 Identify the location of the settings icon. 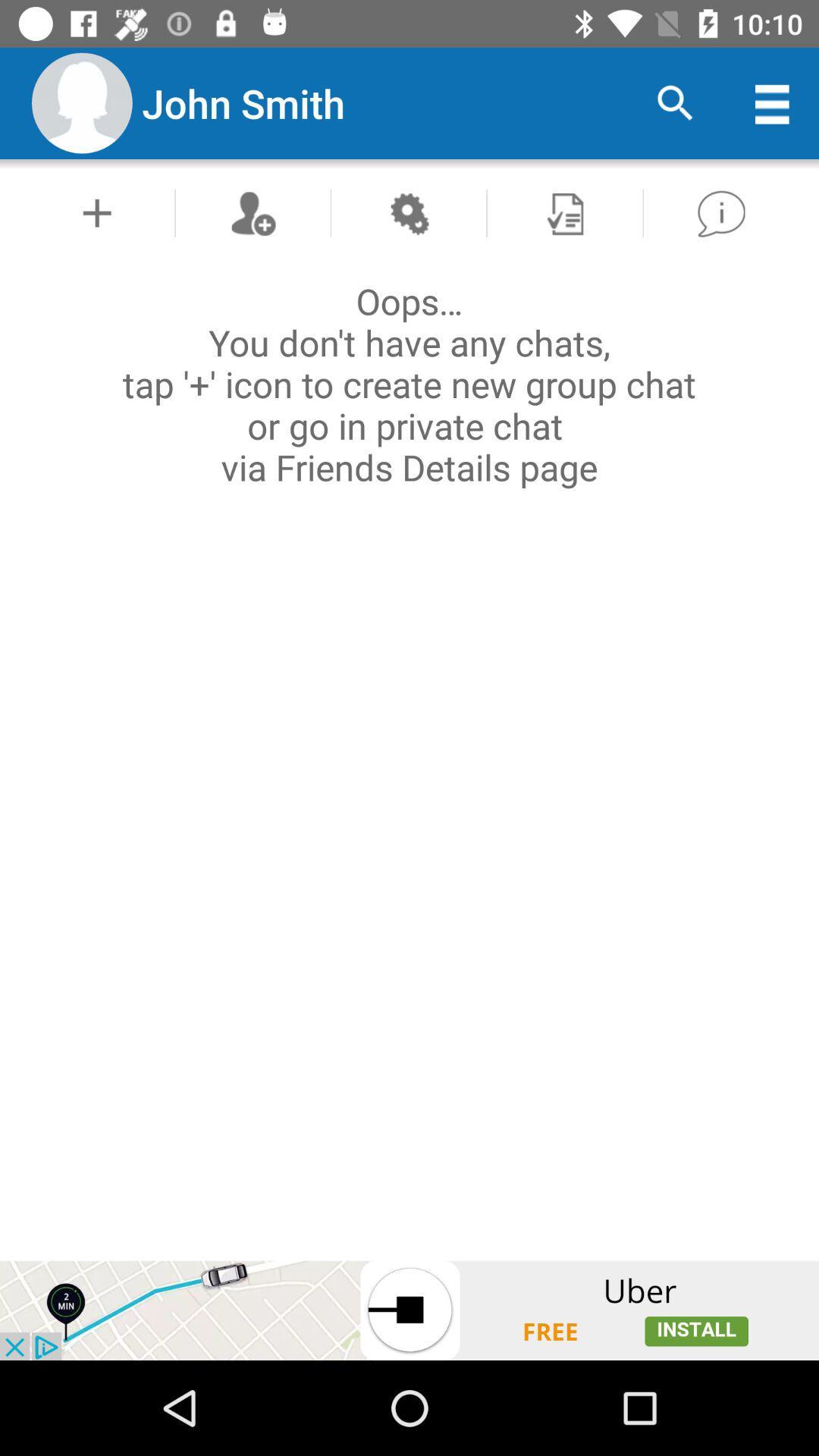
(408, 212).